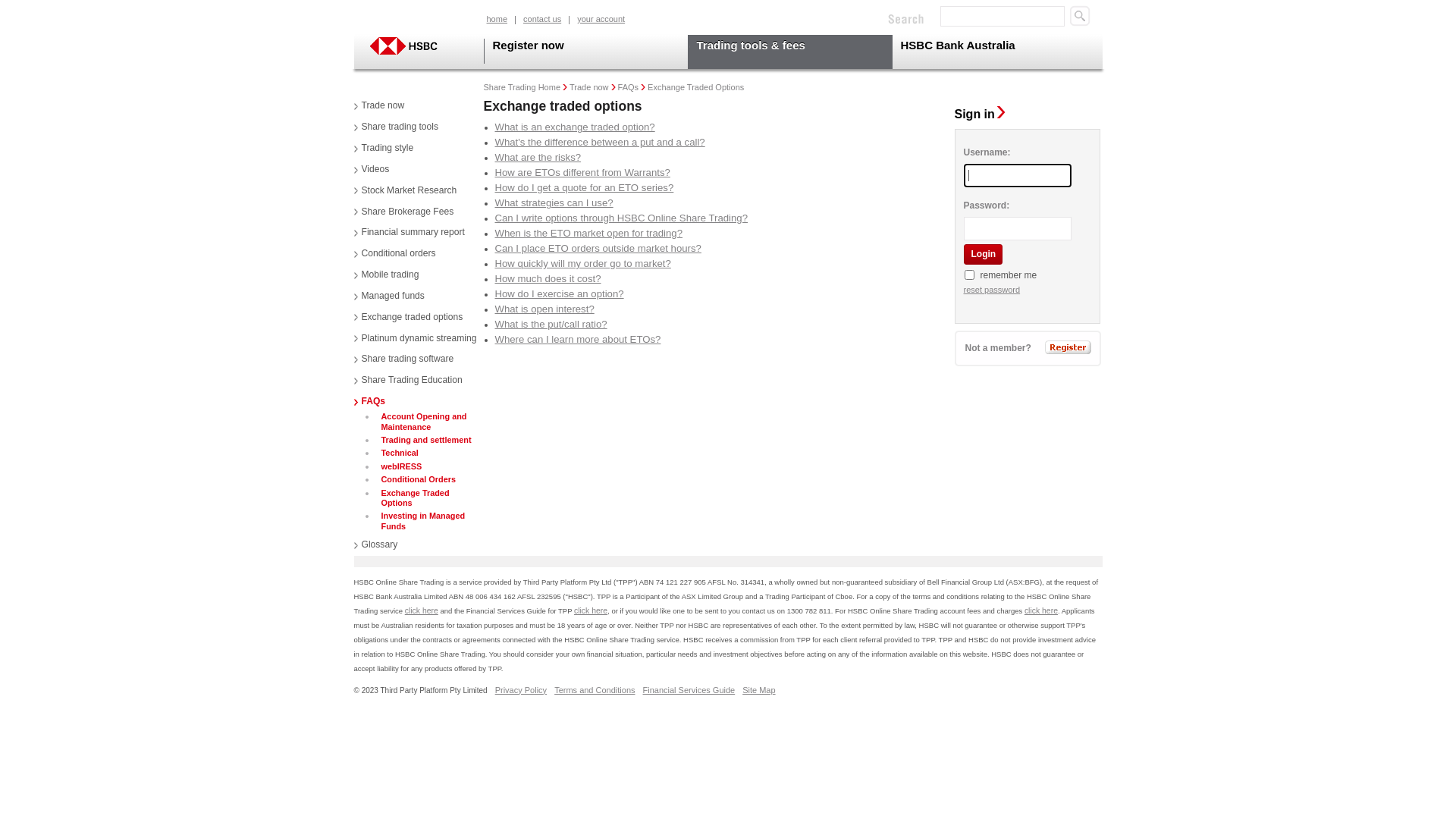 The width and height of the screenshot is (1456, 819). I want to click on 'Trade now', so click(378, 105).